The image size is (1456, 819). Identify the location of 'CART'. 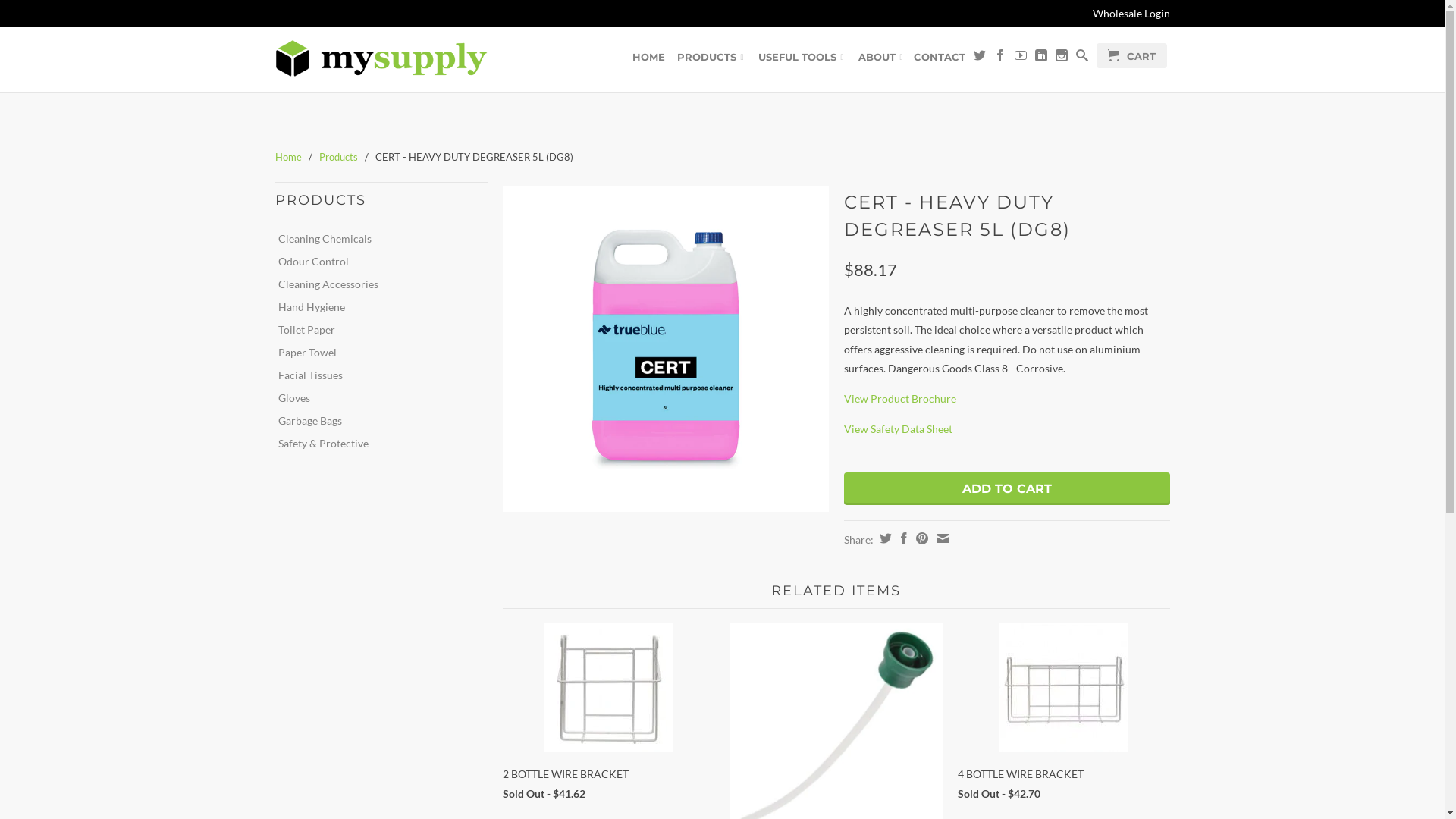
(1131, 55).